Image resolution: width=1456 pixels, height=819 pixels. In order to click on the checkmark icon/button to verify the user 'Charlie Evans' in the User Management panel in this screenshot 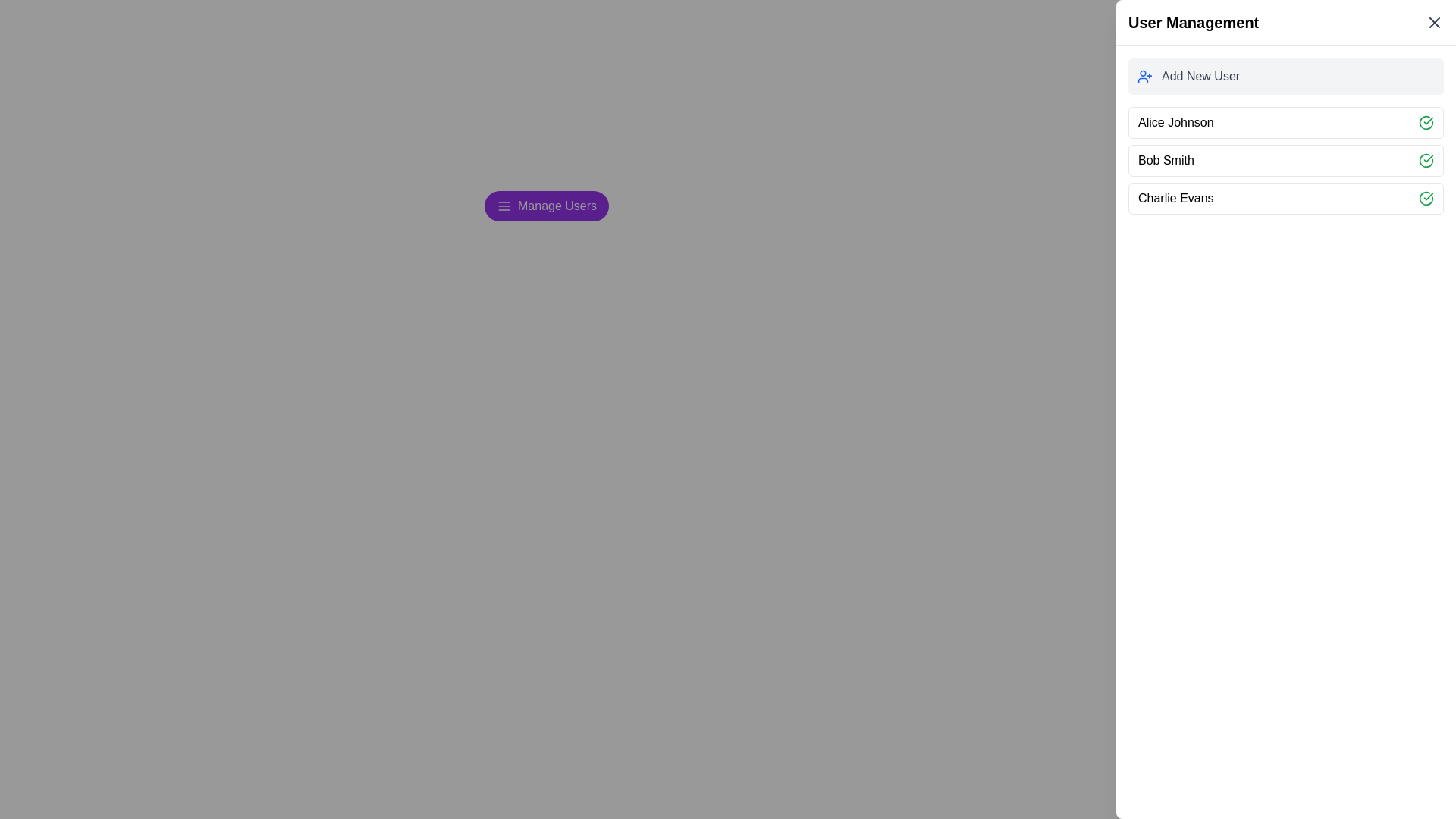, I will do `click(1426, 198)`.